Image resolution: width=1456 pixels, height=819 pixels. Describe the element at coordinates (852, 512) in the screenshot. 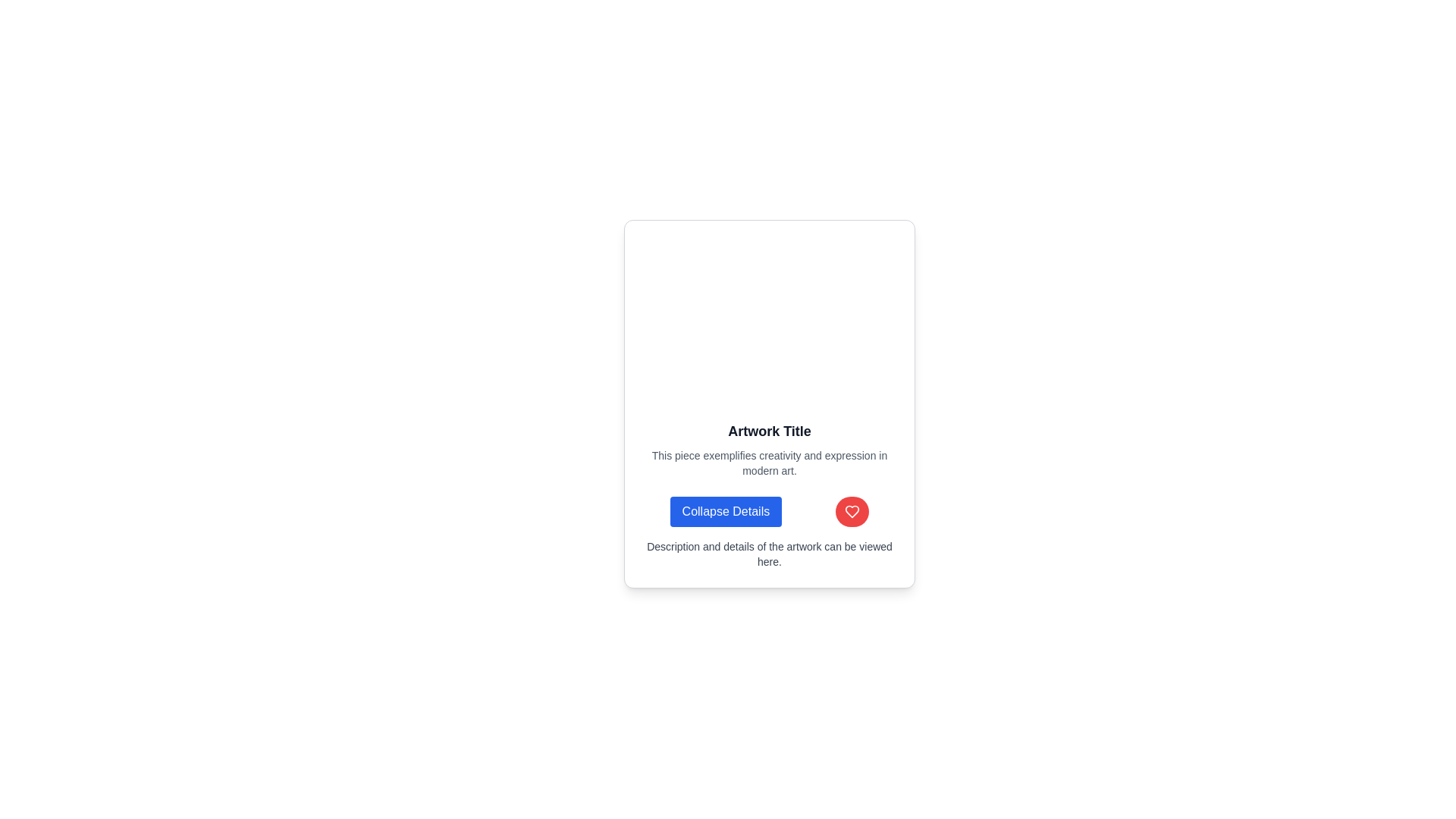

I see `the small circular button with a red background and white heart icon, located to the right of the blue rectangular 'Collapse Details' button, to like or favorite the item` at that location.